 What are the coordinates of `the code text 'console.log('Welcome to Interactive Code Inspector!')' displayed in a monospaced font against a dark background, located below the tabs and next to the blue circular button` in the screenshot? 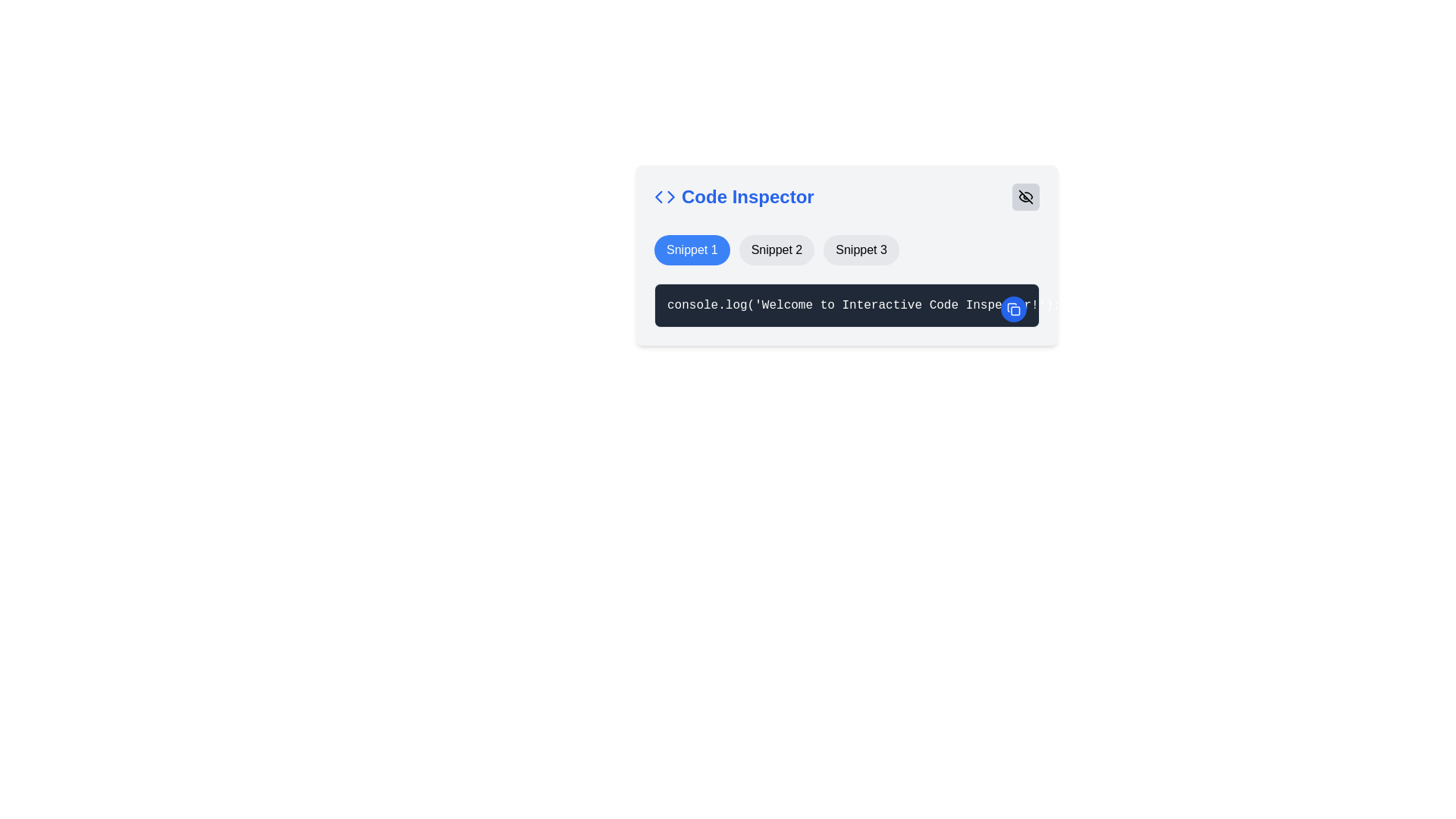 It's located at (846, 305).